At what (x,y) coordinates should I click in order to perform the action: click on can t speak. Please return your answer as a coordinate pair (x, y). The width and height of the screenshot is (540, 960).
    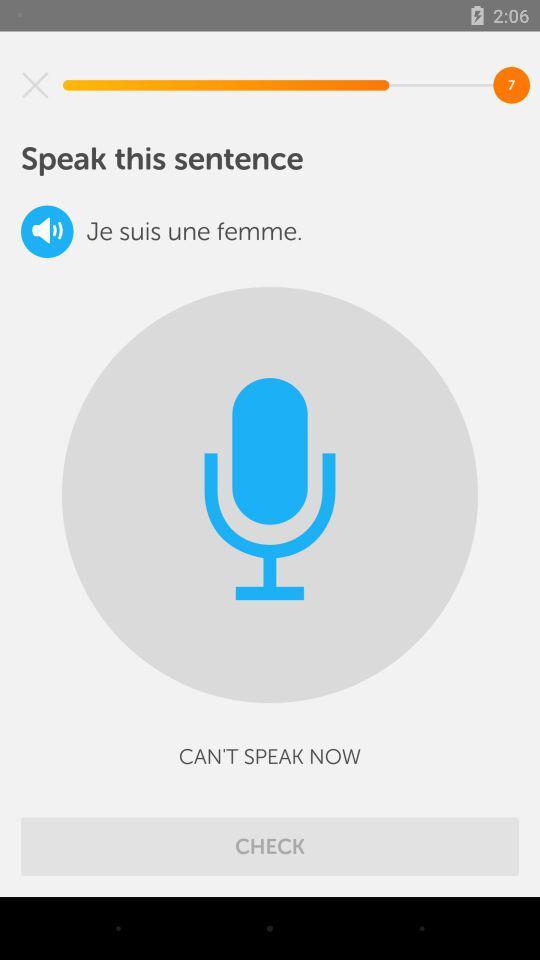
    Looking at the image, I should click on (270, 755).